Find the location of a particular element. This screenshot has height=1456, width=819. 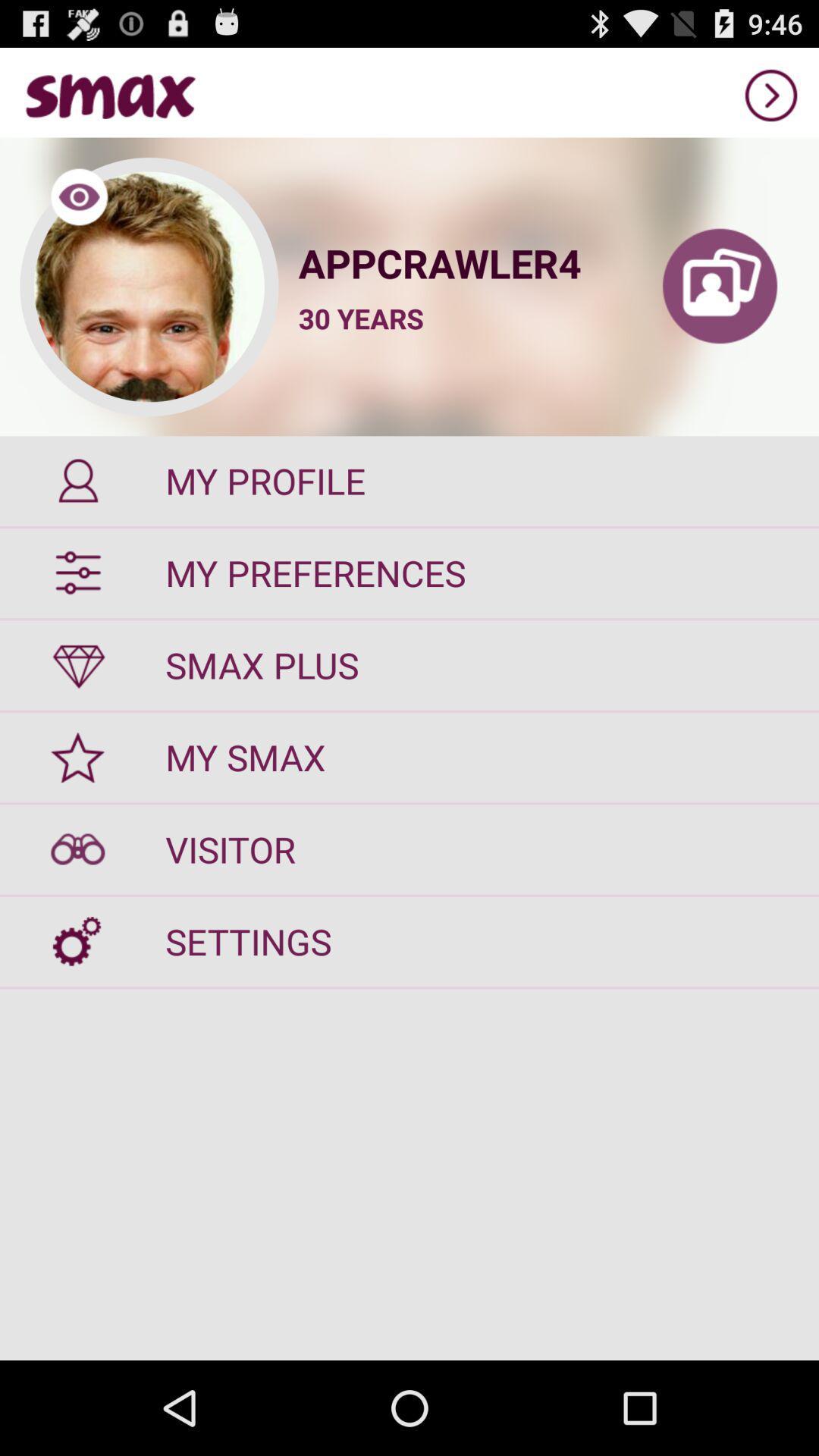

the appcrawler4 item is located at coordinates (459, 262).